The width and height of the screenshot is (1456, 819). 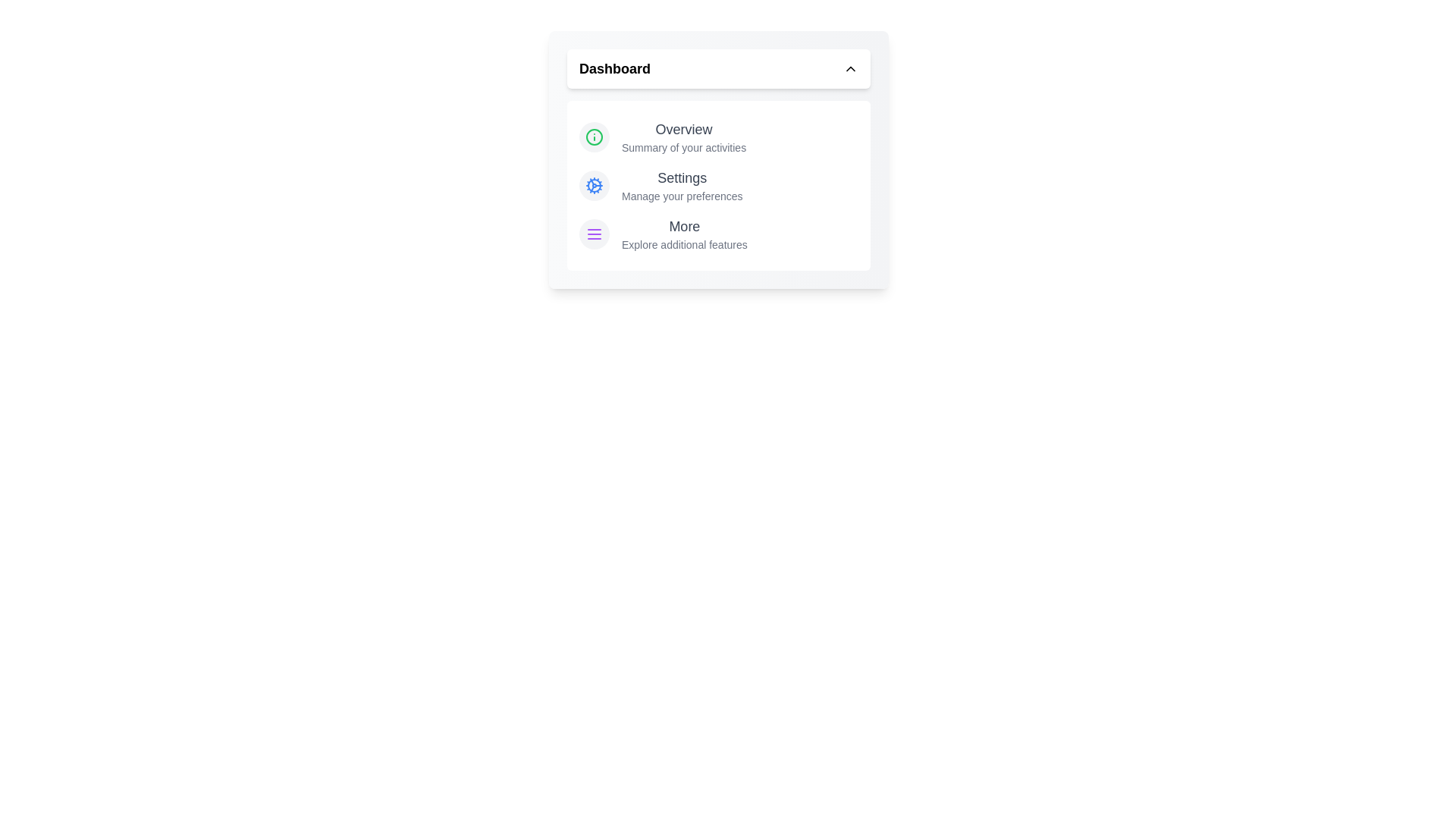 What do you see at coordinates (718, 69) in the screenshot?
I see `the dashboard header to toggle the menu visibility` at bounding box center [718, 69].